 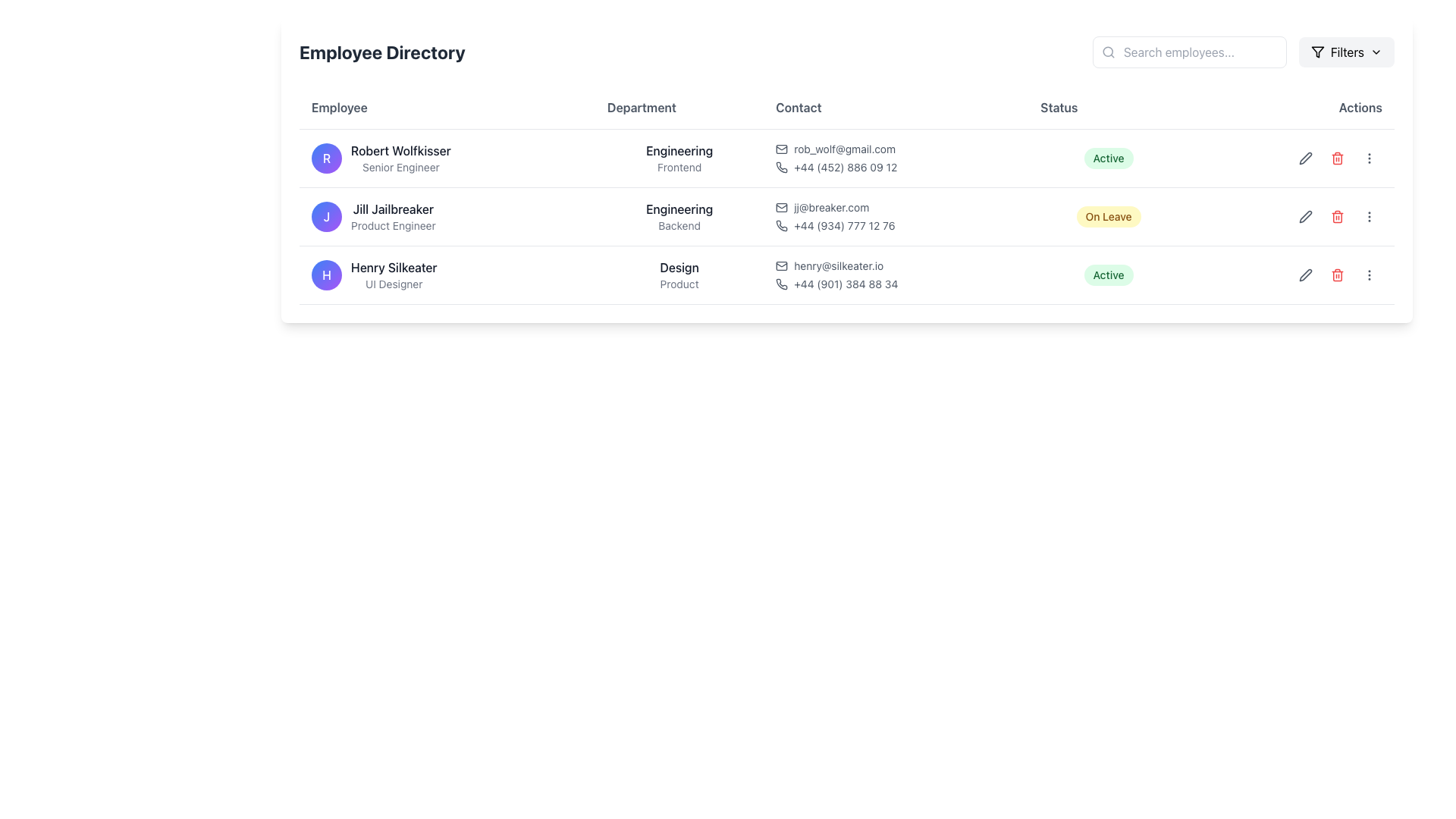 What do you see at coordinates (326, 275) in the screenshot?
I see `the profile avatar of 'Henry Silkeater', the UI Designer, located on the left side of the row in the Employee Directory` at bounding box center [326, 275].